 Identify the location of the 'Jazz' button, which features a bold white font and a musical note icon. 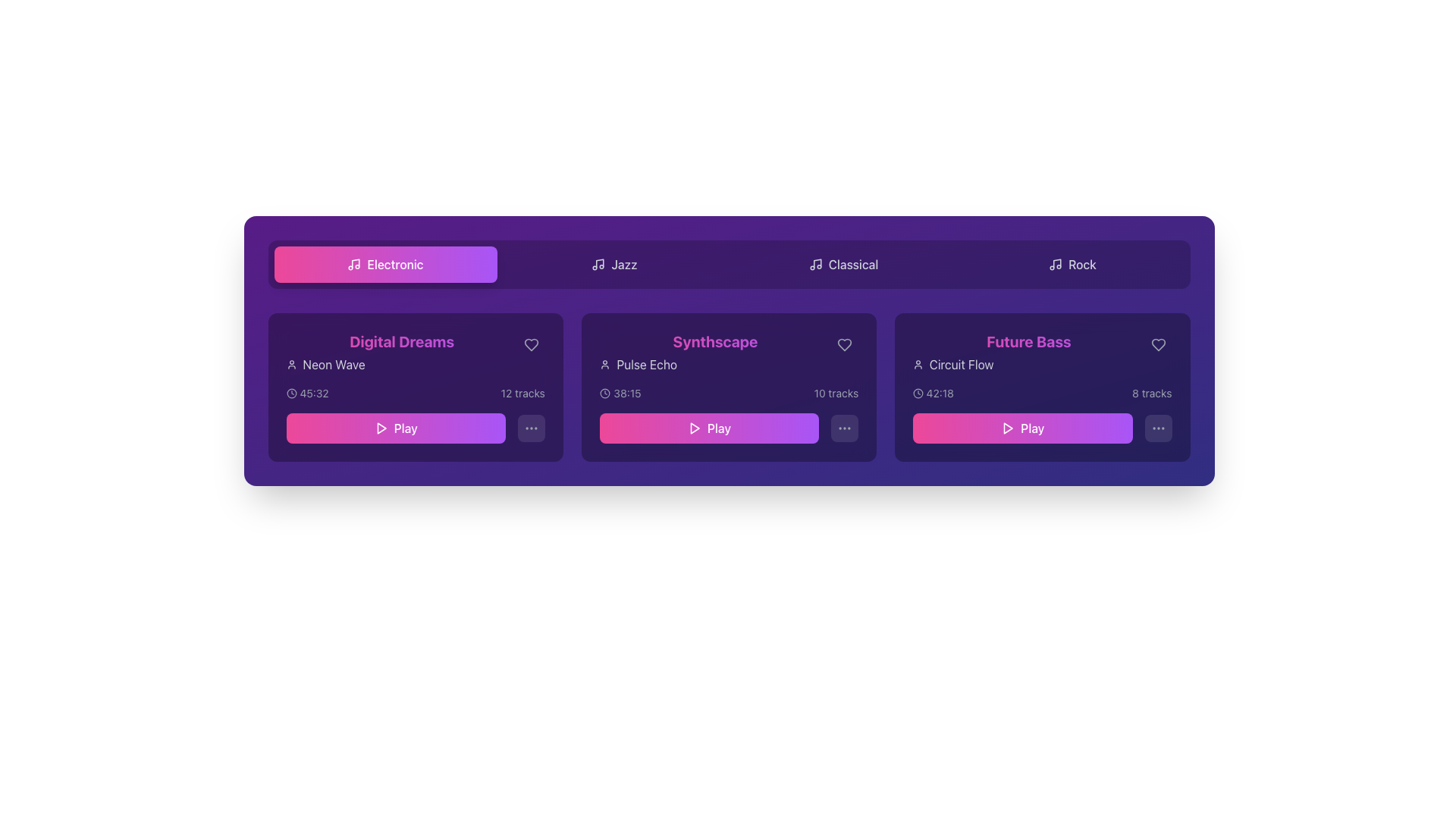
(614, 263).